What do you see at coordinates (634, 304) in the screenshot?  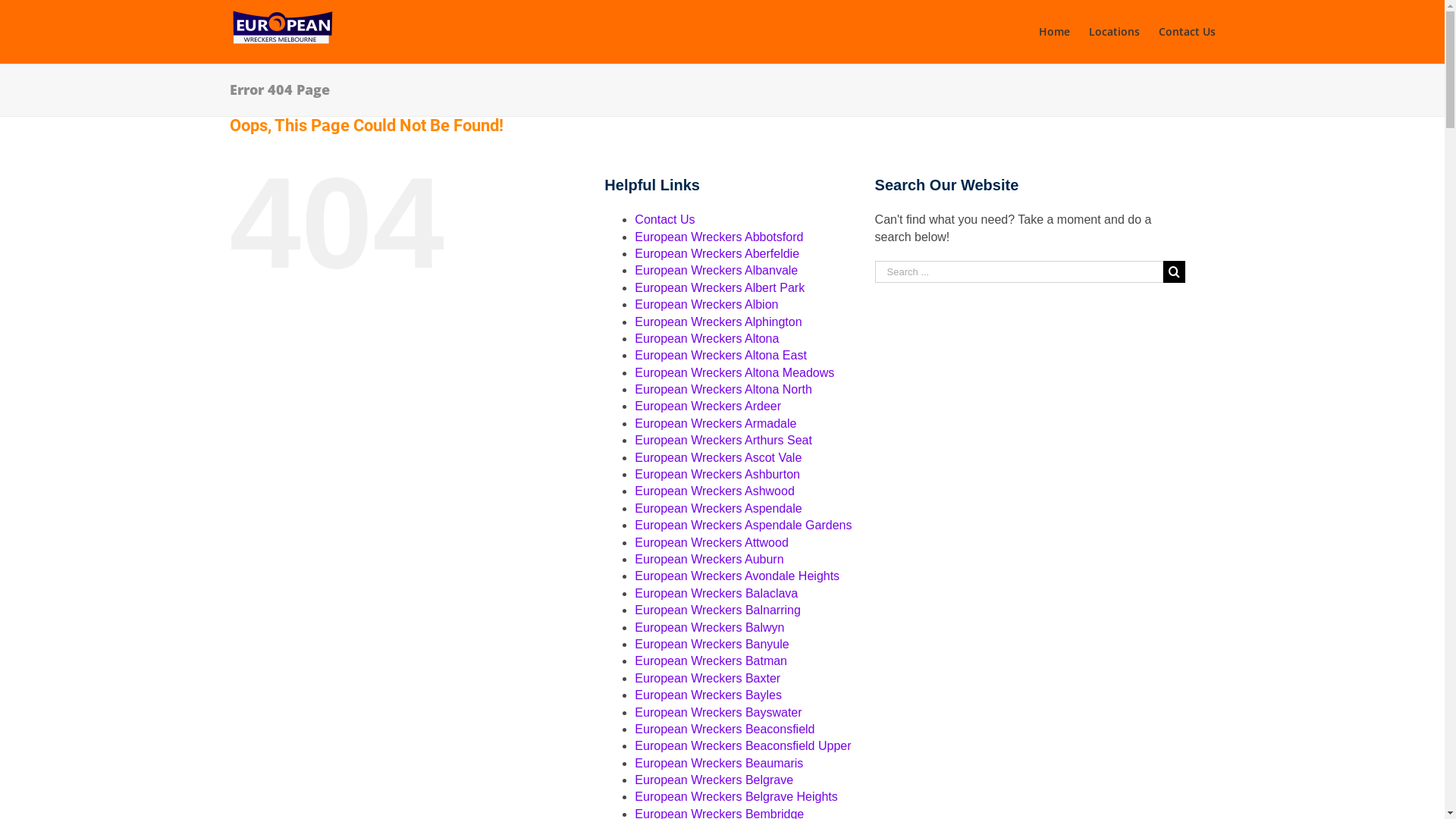 I see `'European Wreckers Albion'` at bounding box center [634, 304].